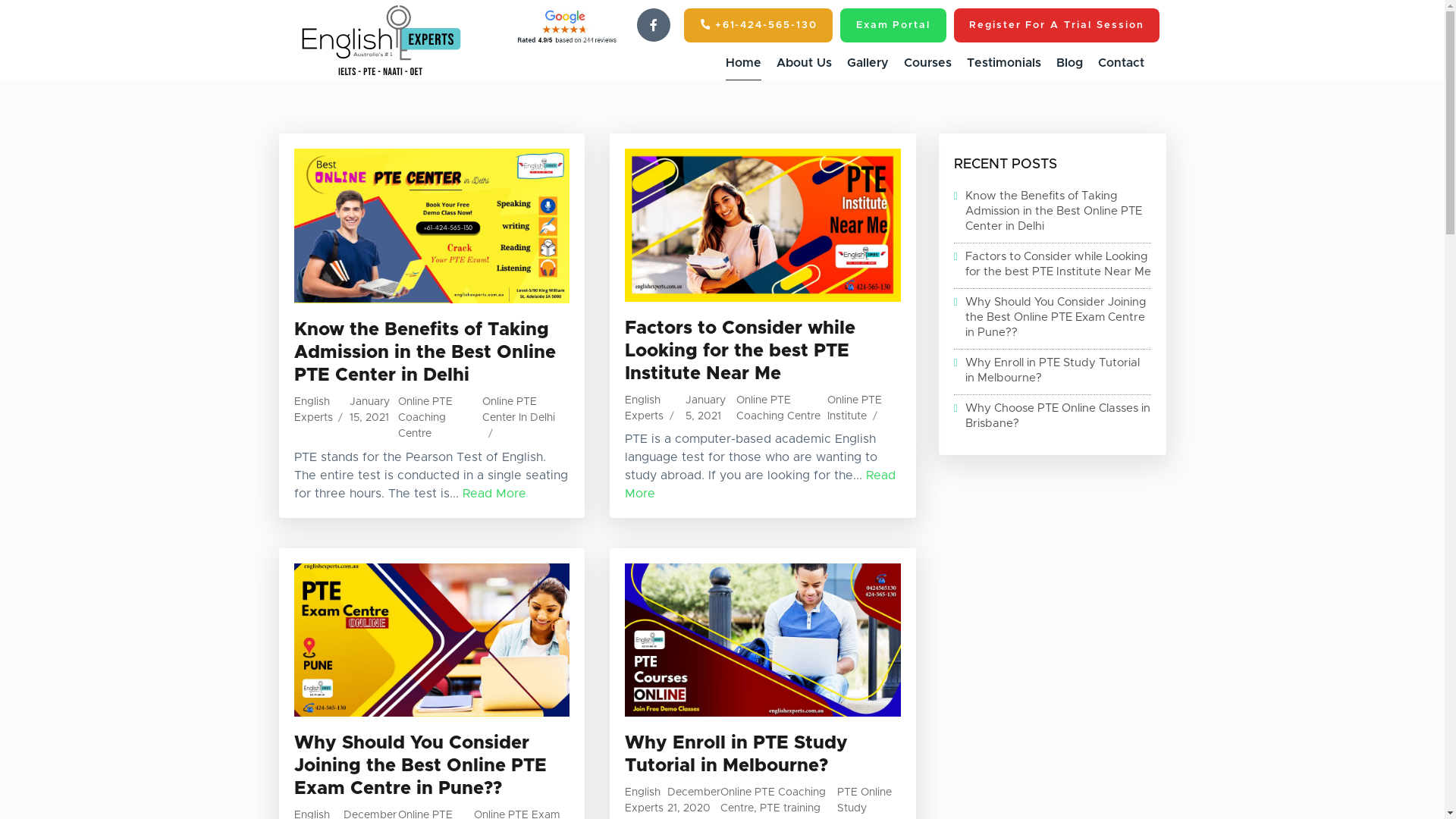 This screenshot has height=819, width=1456. Describe the element at coordinates (684, 407) in the screenshot. I see `'January 5, 2021'` at that location.